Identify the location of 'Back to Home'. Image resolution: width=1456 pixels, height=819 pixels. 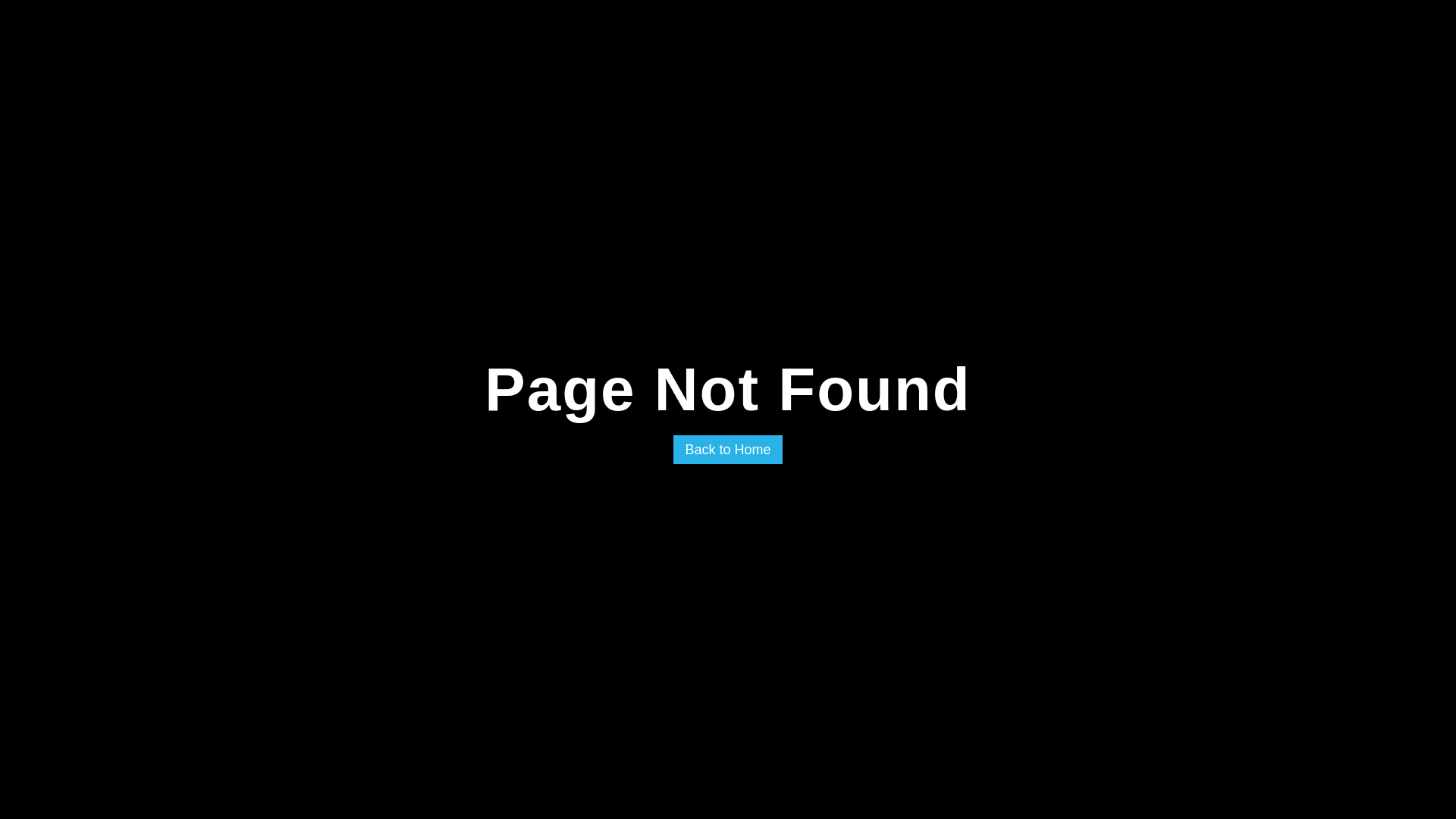
(673, 449).